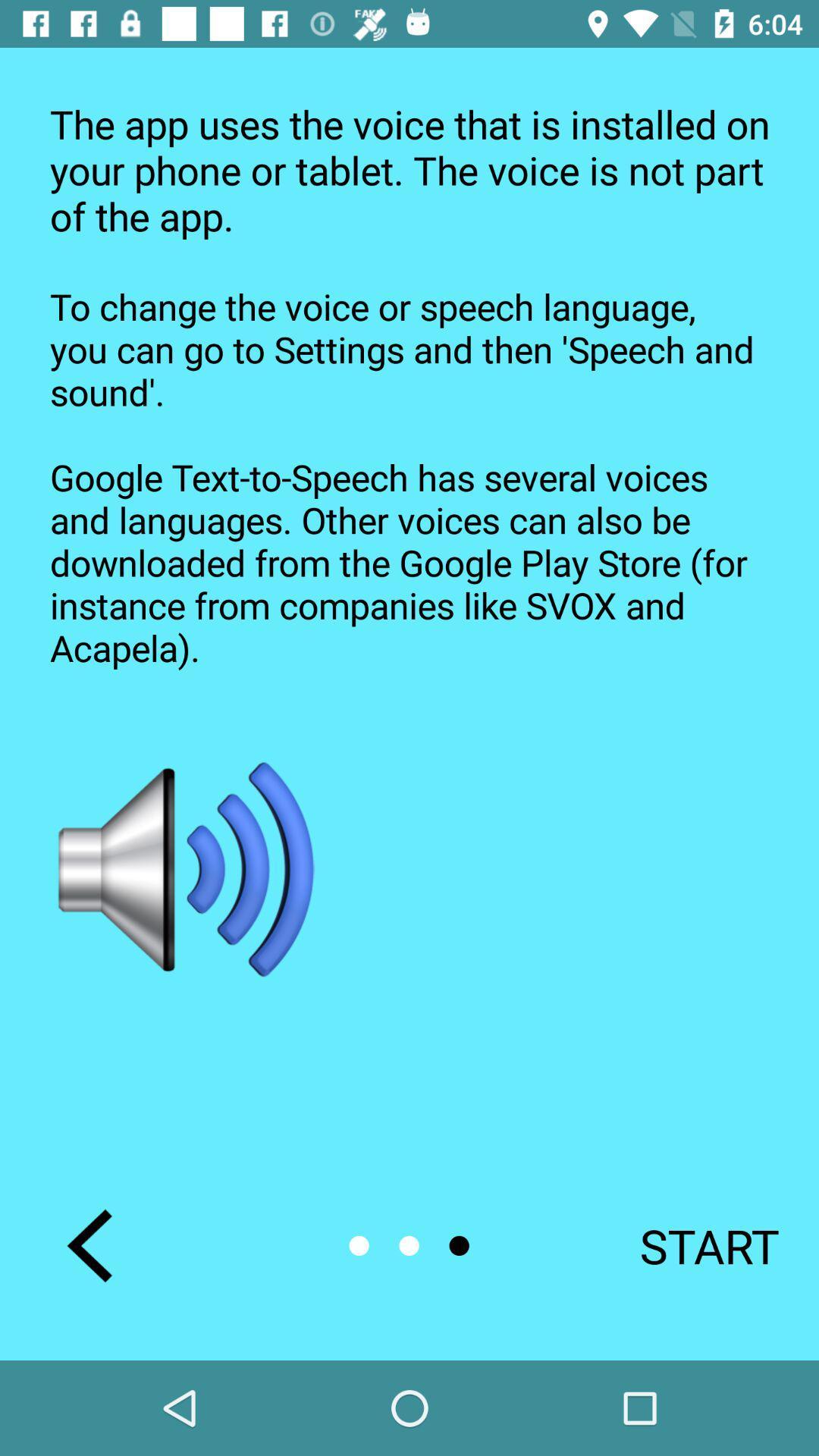 The image size is (819, 1456). What do you see at coordinates (89, 1245) in the screenshot?
I see `button at the bottom left corner` at bounding box center [89, 1245].